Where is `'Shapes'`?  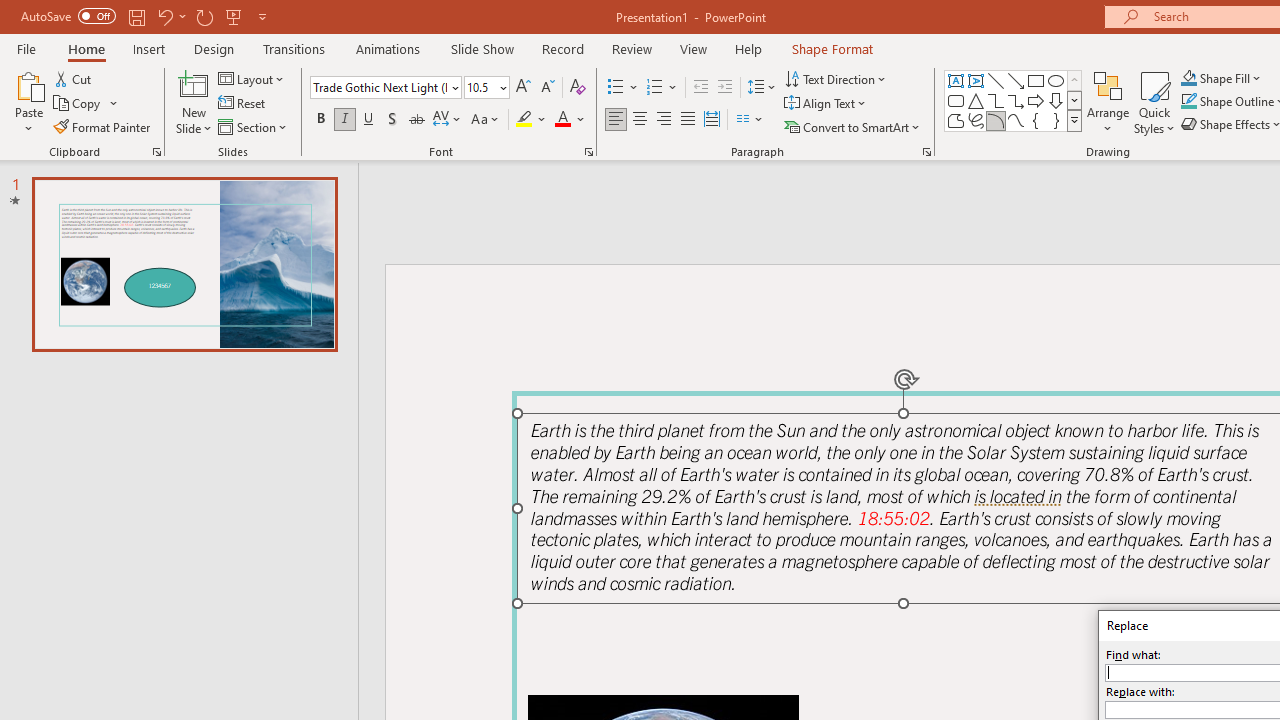
'Shapes' is located at coordinates (1073, 120).